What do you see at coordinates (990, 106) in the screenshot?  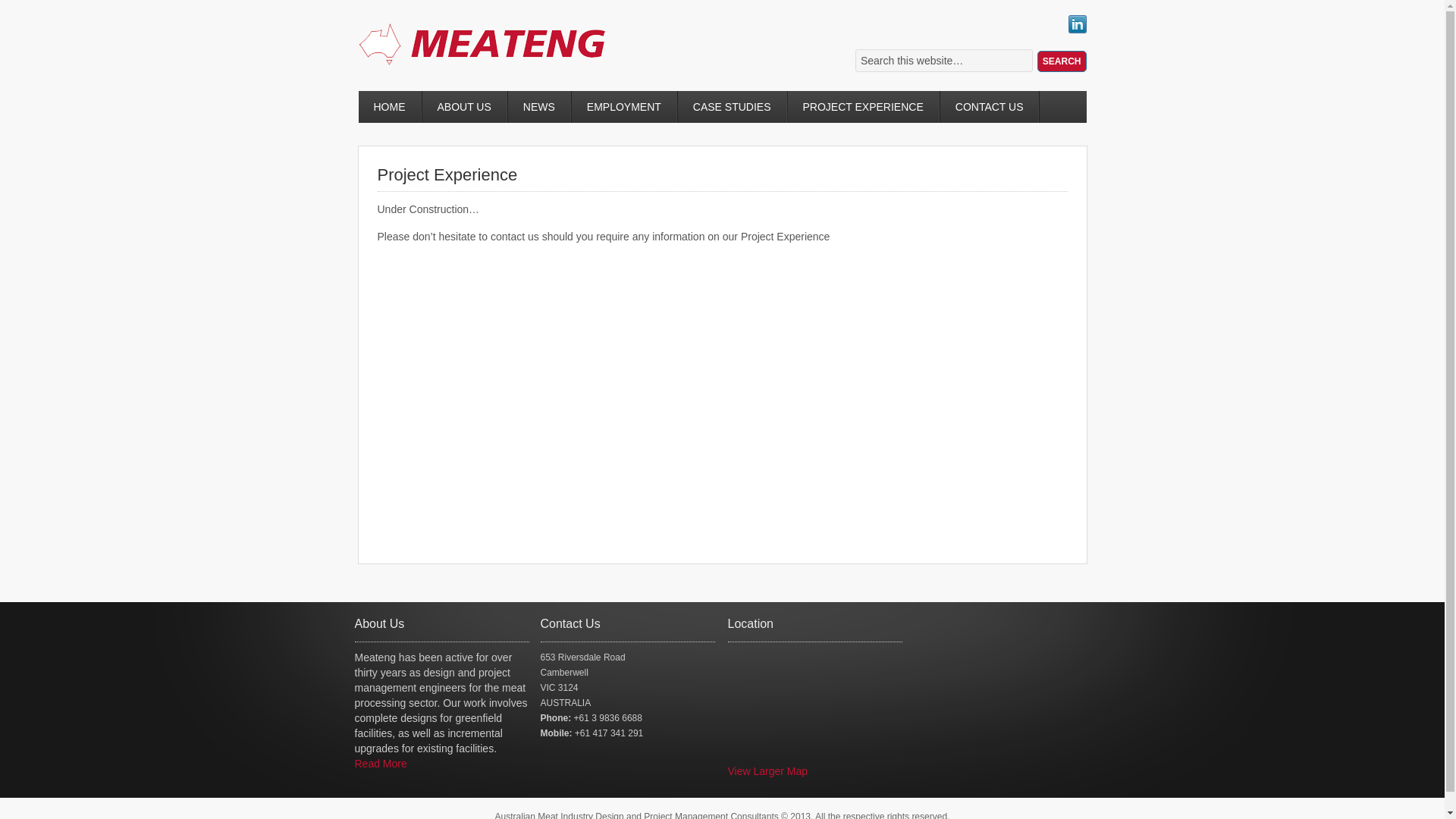 I see `'CONTACT US'` at bounding box center [990, 106].